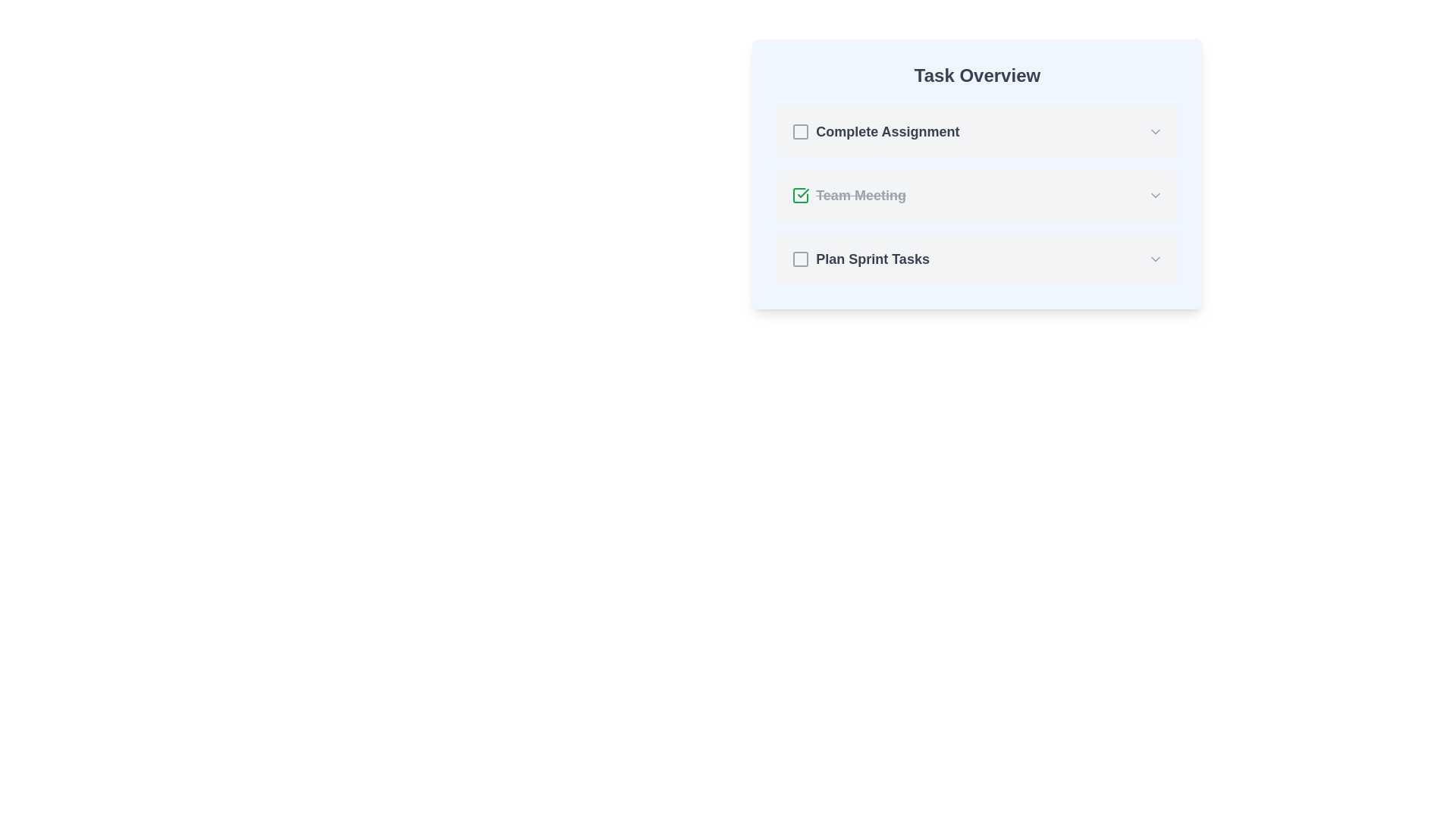 Image resolution: width=1456 pixels, height=819 pixels. What do you see at coordinates (1154, 130) in the screenshot?
I see `the Dropdown icon (chevron) located in the top-right corner of the 'Complete Assignment' row in the 'Task Overview' section for visual feedback` at bounding box center [1154, 130].